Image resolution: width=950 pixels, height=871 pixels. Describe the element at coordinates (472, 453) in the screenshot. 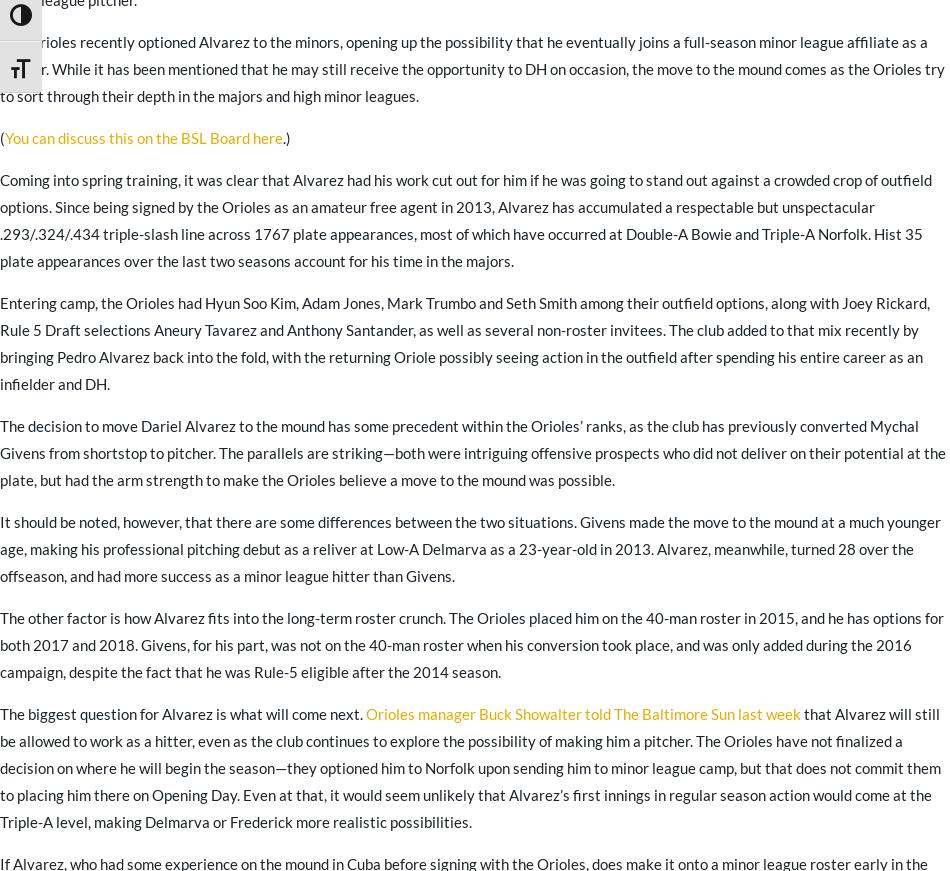

I see `'The decision to move Dariel Alvarez to the mound has some precedent within the Orioles’ ranks, as the club has previously converted Mychal Givens from shortstop to pitcher. The parallels are striking—both were intriguing offensive prospects who did not deliver on their potential at the plate, but had the arm strength to make the Orioles believe a move to the mound was possible.'` at that location.